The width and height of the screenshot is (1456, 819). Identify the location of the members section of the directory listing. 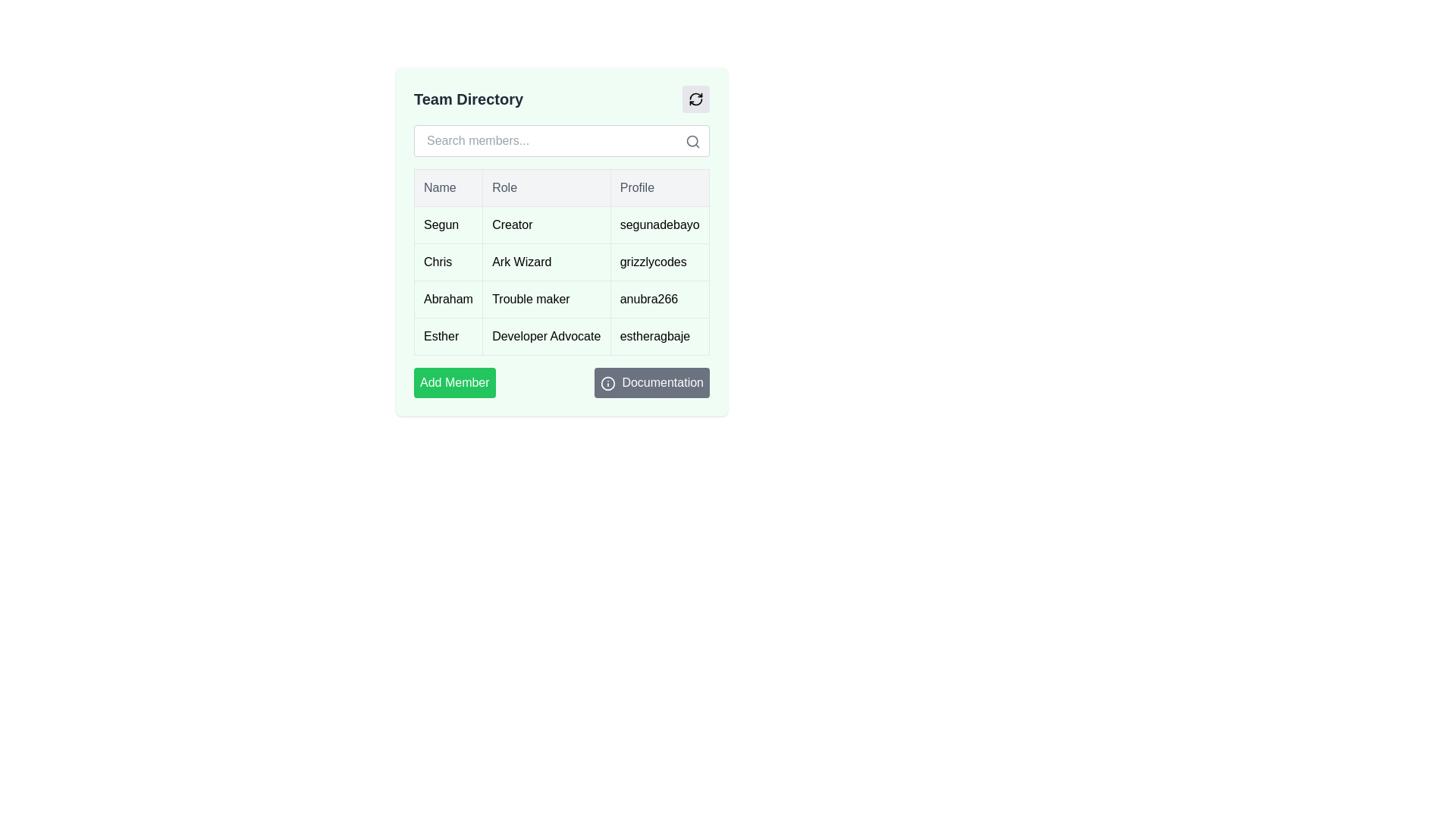
(560, 241).